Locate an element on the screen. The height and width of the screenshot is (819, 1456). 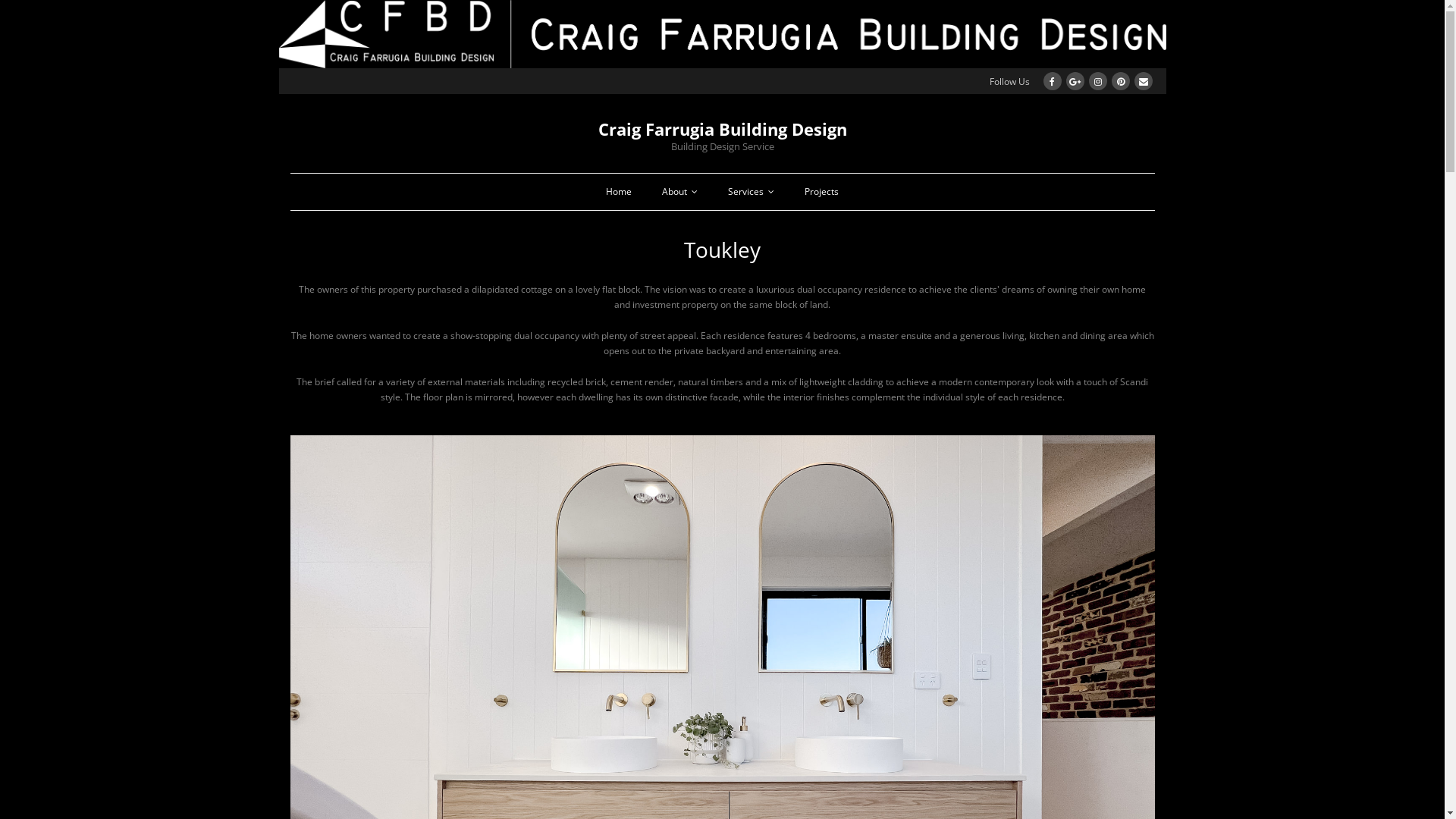
'Craig Farrugia Building Design is located at coordinates (720, 131).